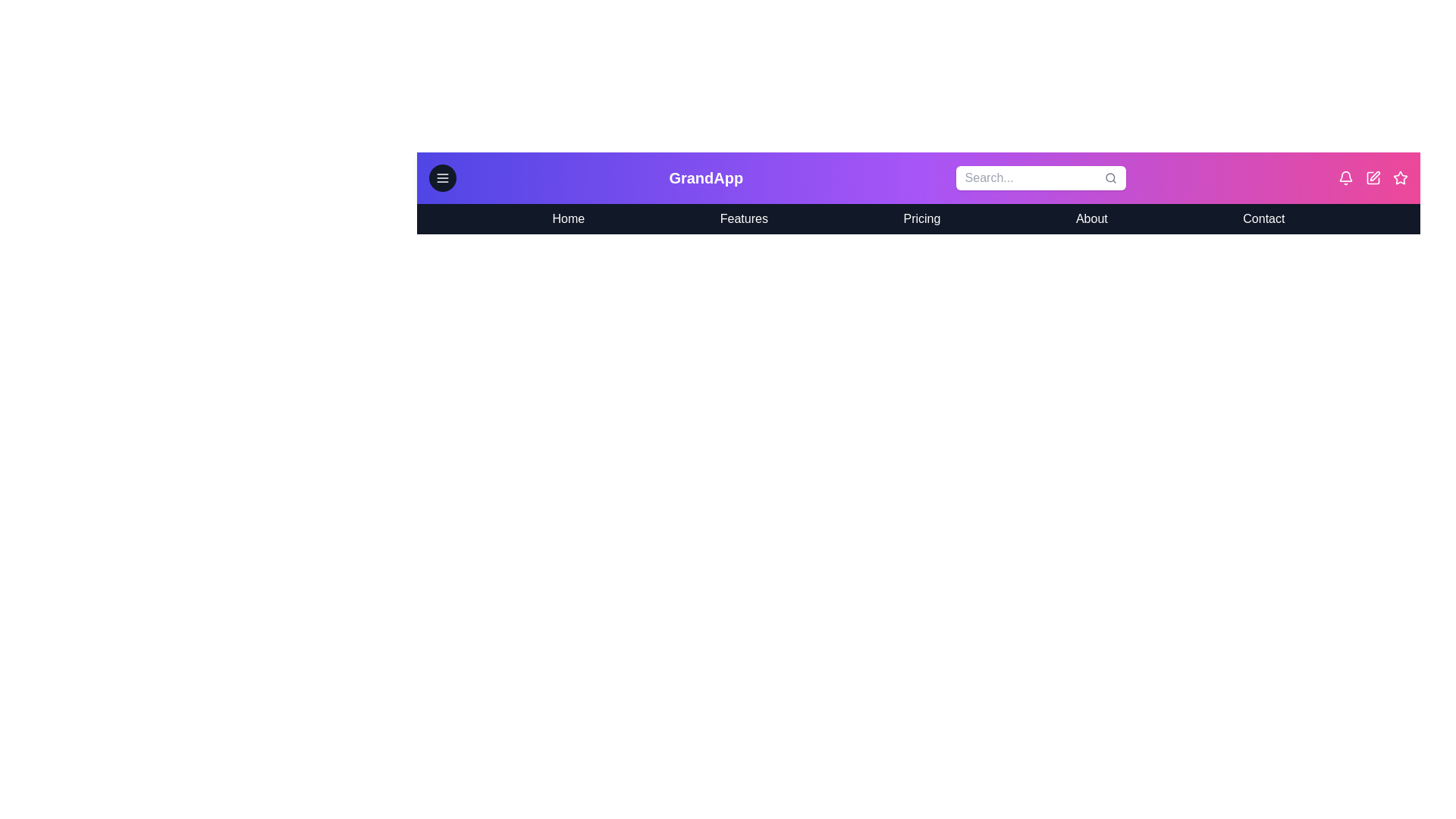 The image size is (1456, 819). Describe the element at coordinates (1263, 219) in the screenshot. I see `the navigation menu item labeled Contact` at that location.